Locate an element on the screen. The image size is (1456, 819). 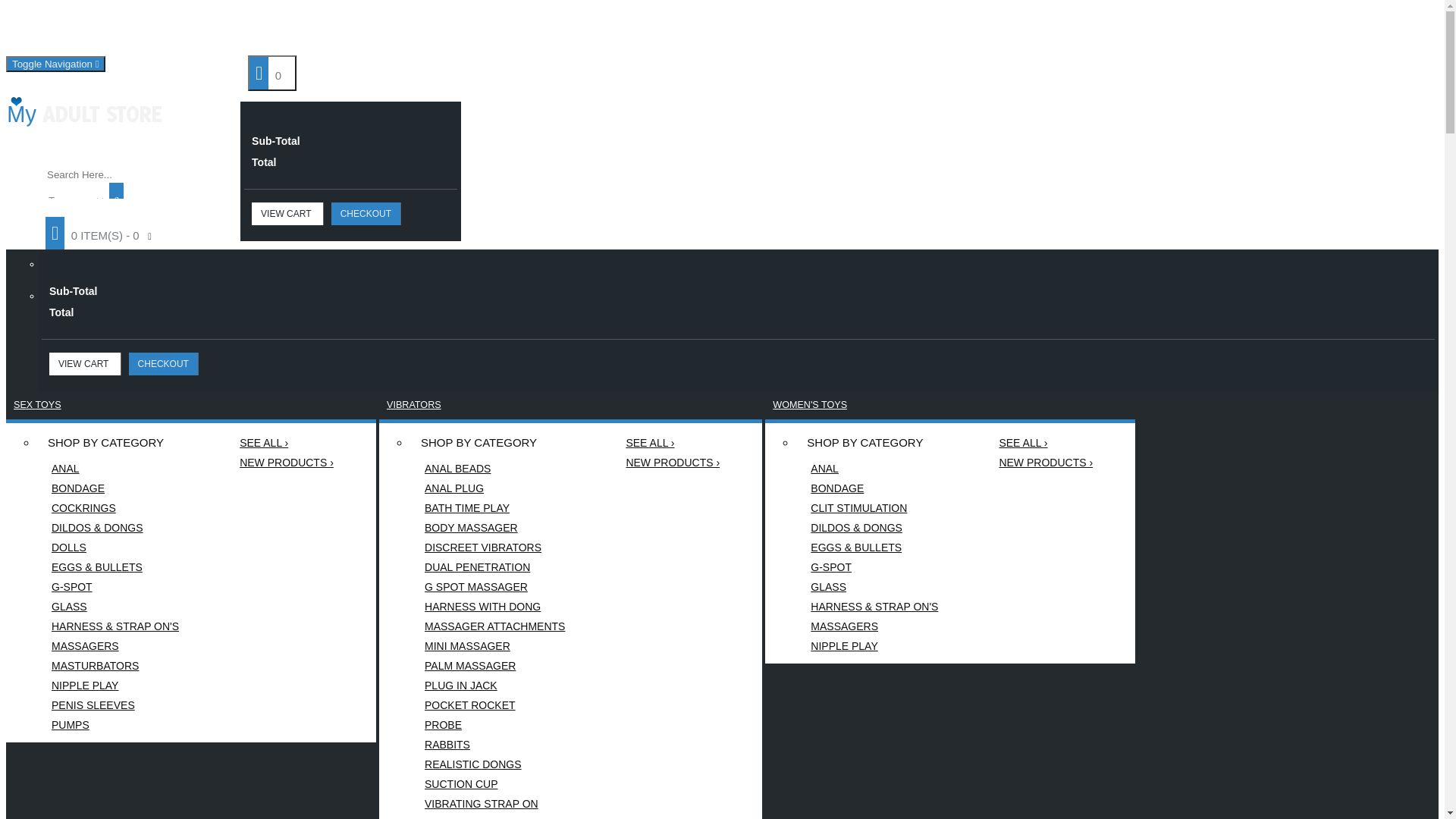
'POCKET ROCKET' is located at coordinates (494, 704).